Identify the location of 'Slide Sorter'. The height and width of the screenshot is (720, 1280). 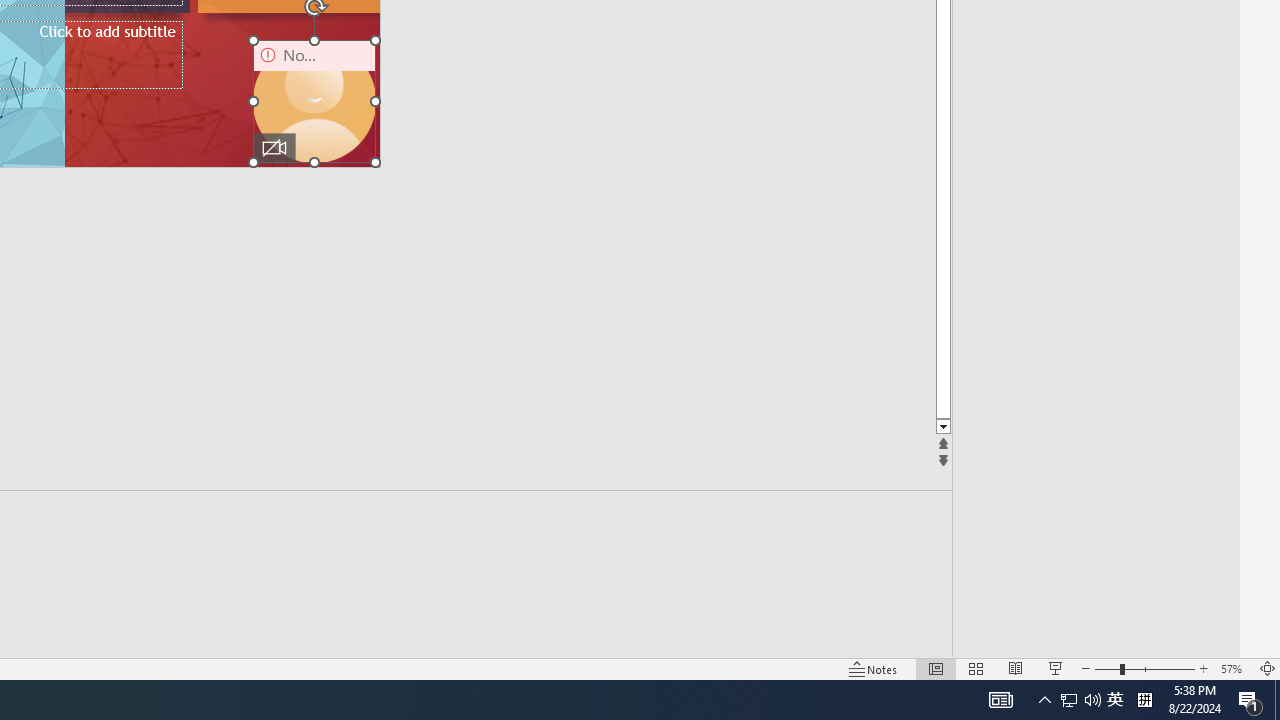
(976, 669).